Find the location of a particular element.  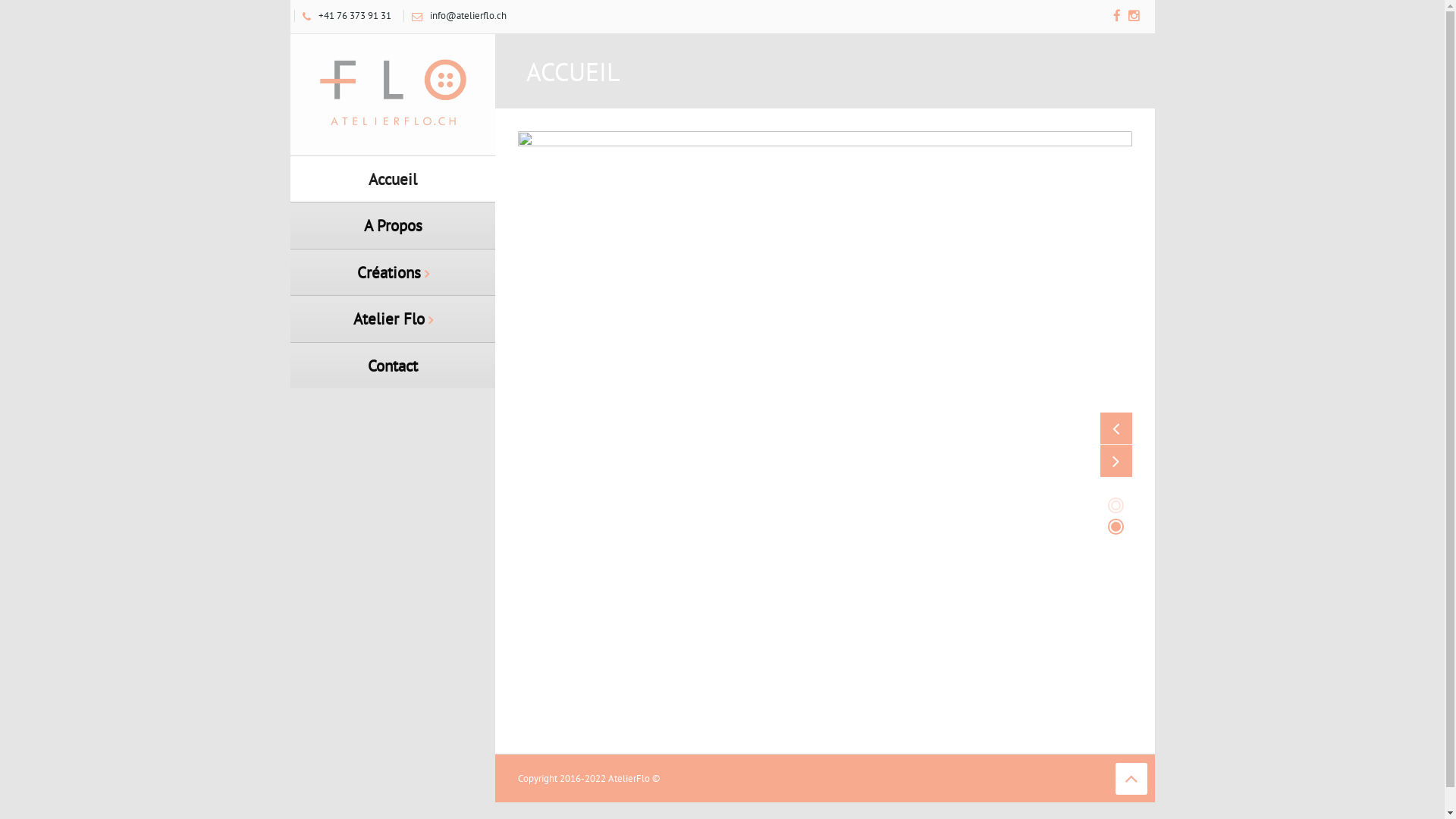

'Facebook' is located at coordinates (1117, 17).